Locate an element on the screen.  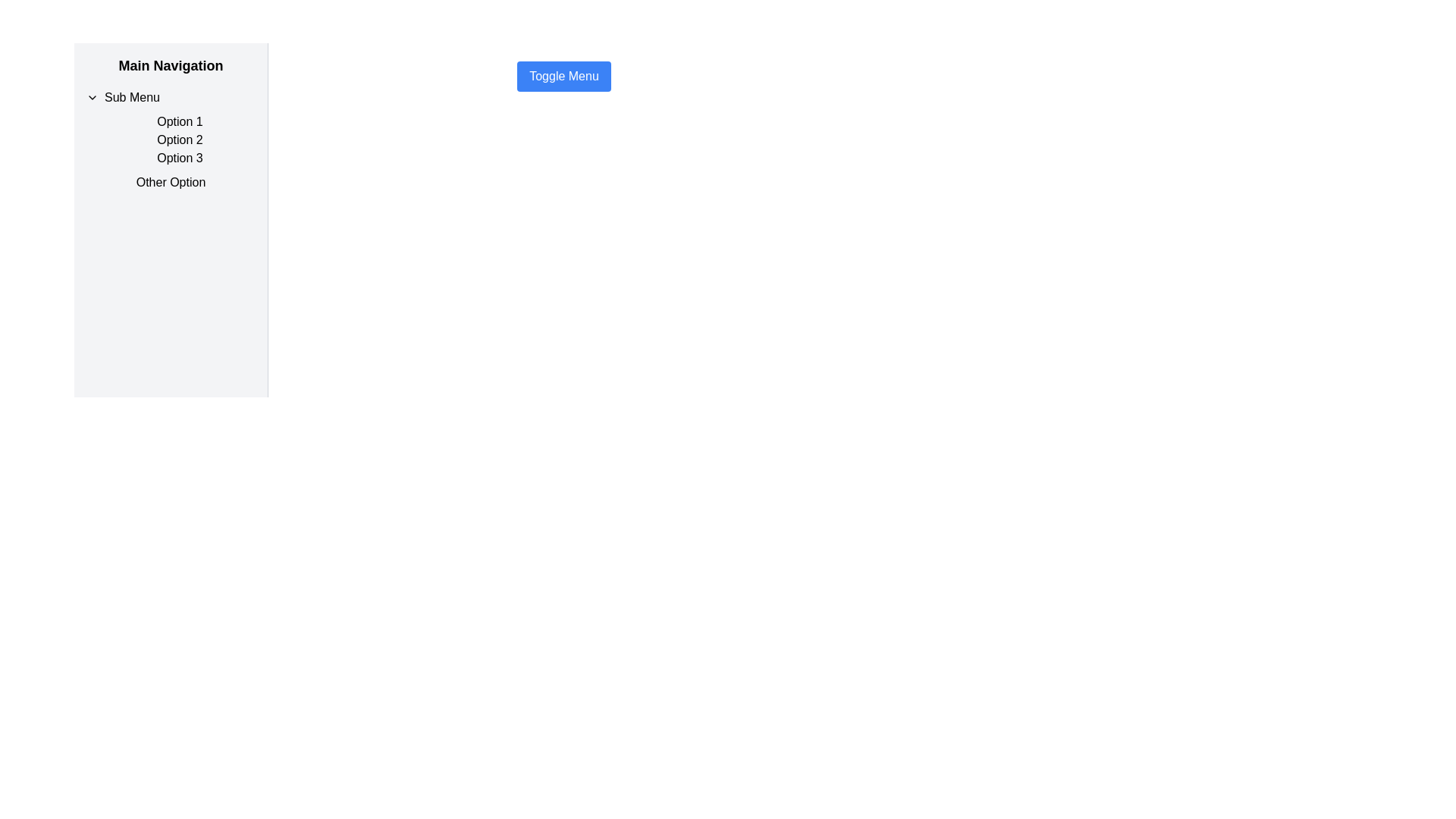
the 'Sub Menu' button is located at coordinates (171, 97).